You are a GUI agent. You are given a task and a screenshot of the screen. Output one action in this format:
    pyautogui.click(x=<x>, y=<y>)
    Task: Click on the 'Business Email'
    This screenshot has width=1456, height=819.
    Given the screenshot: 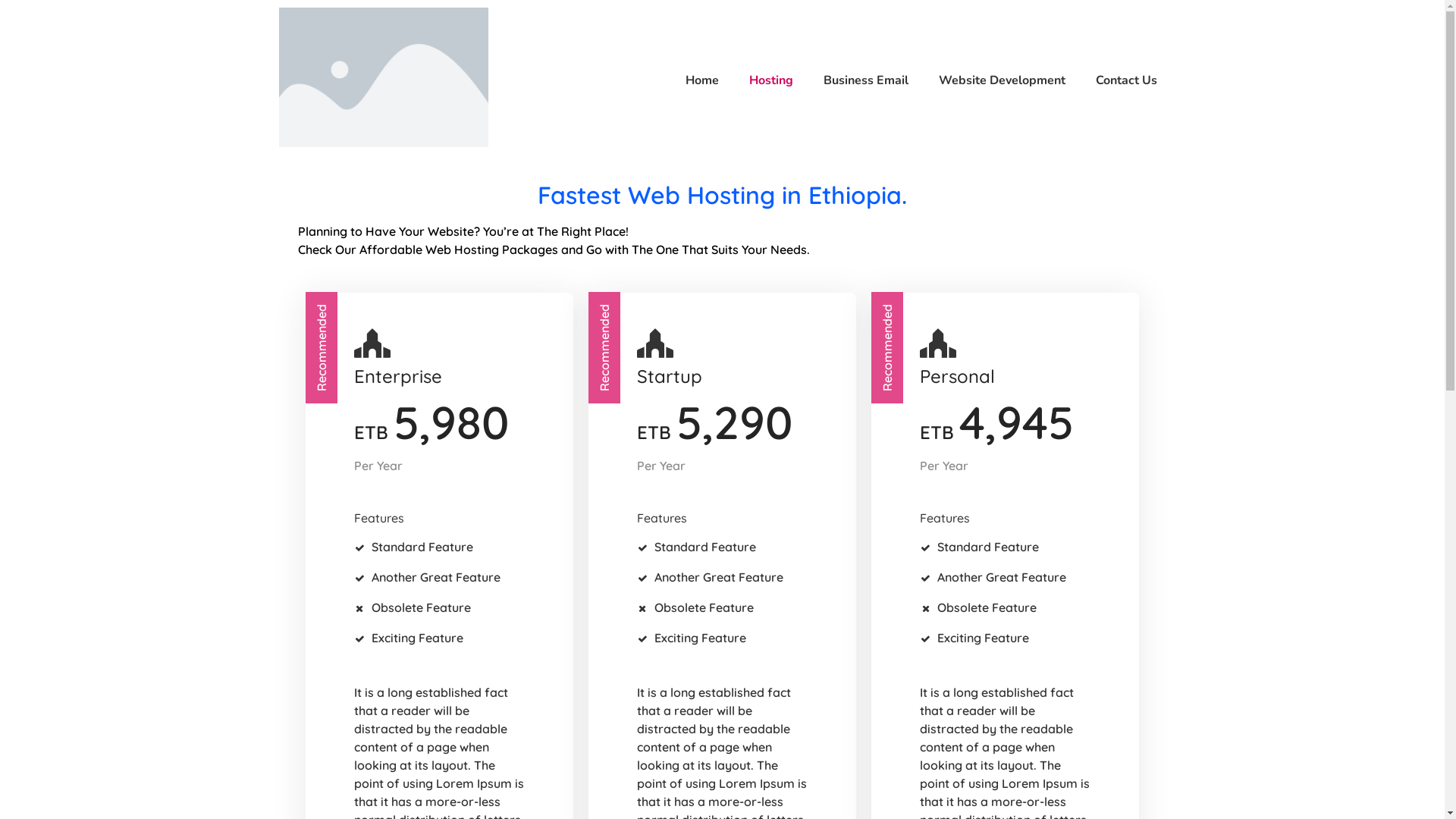 What is the action you would take?
    pyautogui.click(x=807, y=80)
    